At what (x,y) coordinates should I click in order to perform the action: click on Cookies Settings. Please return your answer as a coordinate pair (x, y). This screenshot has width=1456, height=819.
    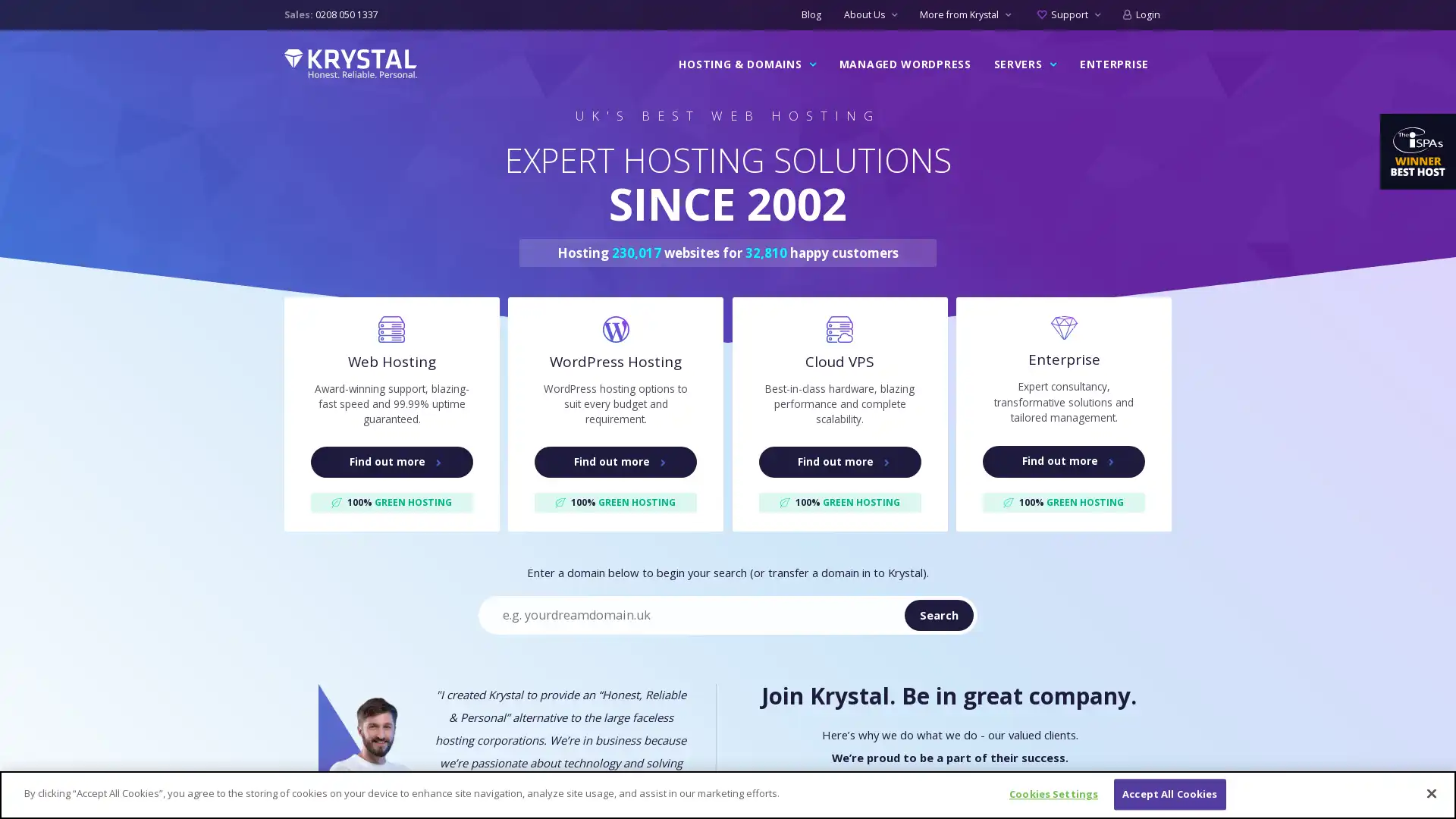
    Looking at the image, I should click on (1053, 793).